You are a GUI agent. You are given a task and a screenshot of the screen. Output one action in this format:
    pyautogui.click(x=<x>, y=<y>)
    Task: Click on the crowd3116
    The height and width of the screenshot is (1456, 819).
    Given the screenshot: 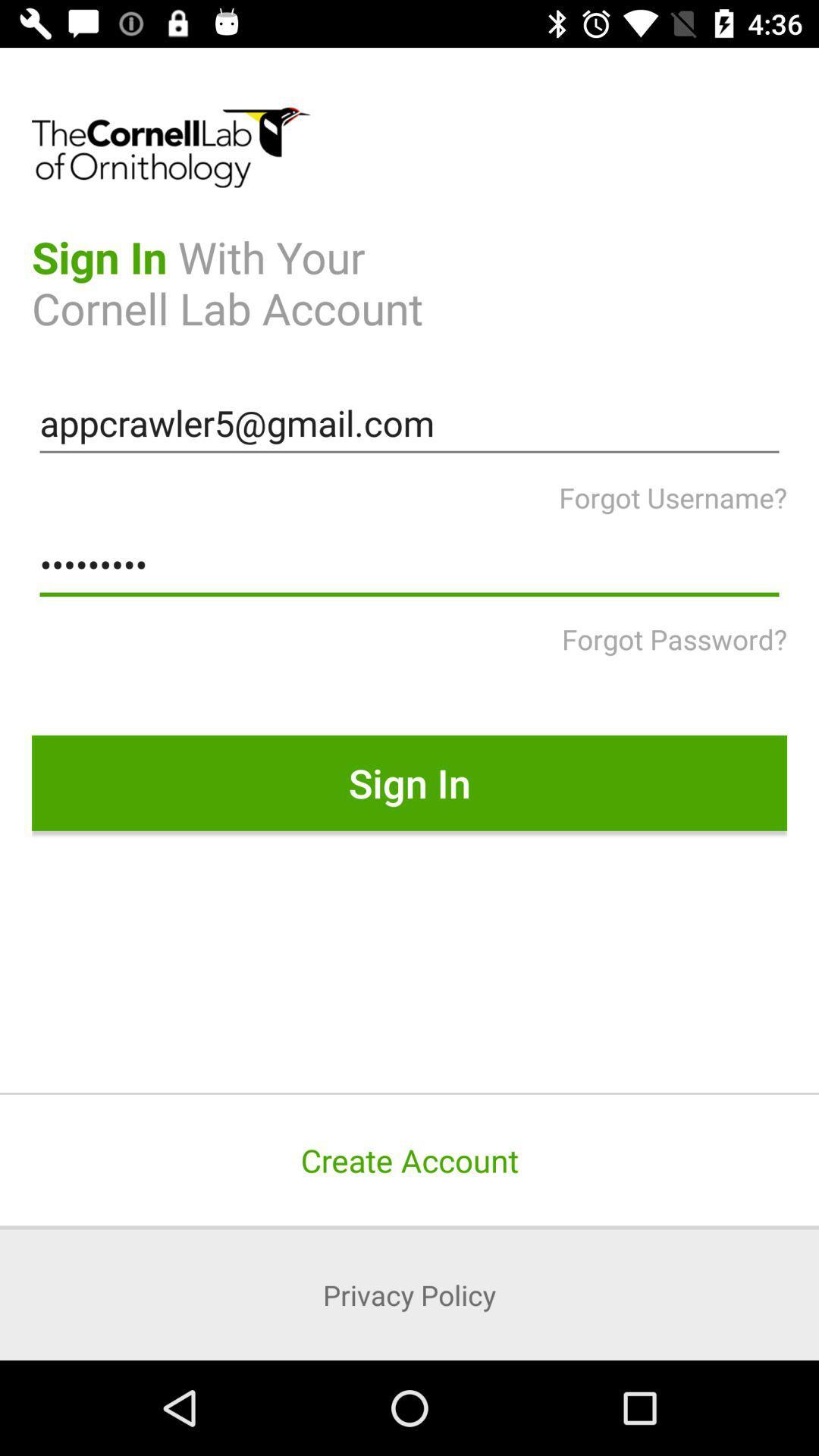 What is the action you would take?
    pyautogui.click(x=409, y=564)
    